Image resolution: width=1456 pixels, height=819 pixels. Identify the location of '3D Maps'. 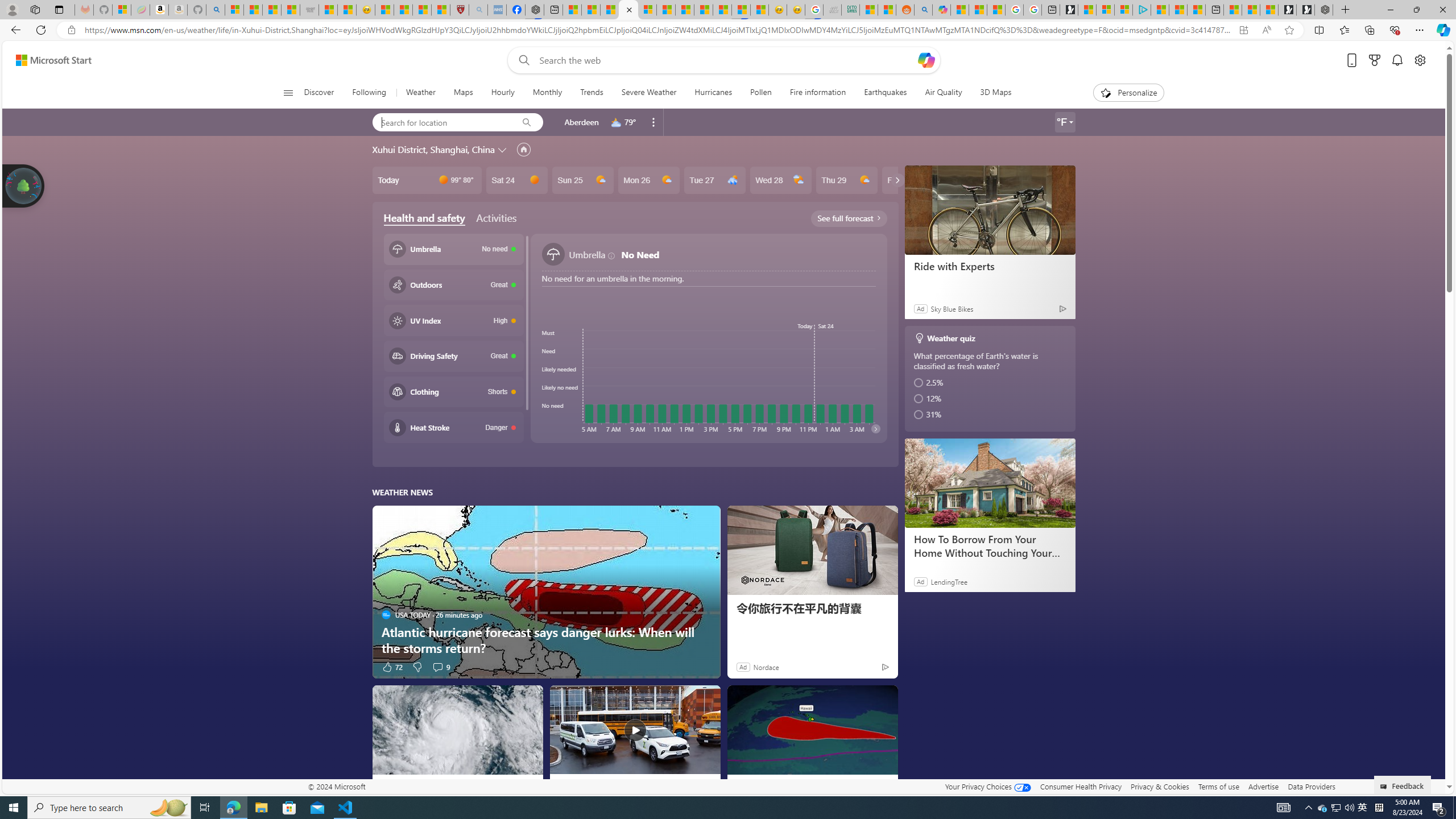
(991, 92).